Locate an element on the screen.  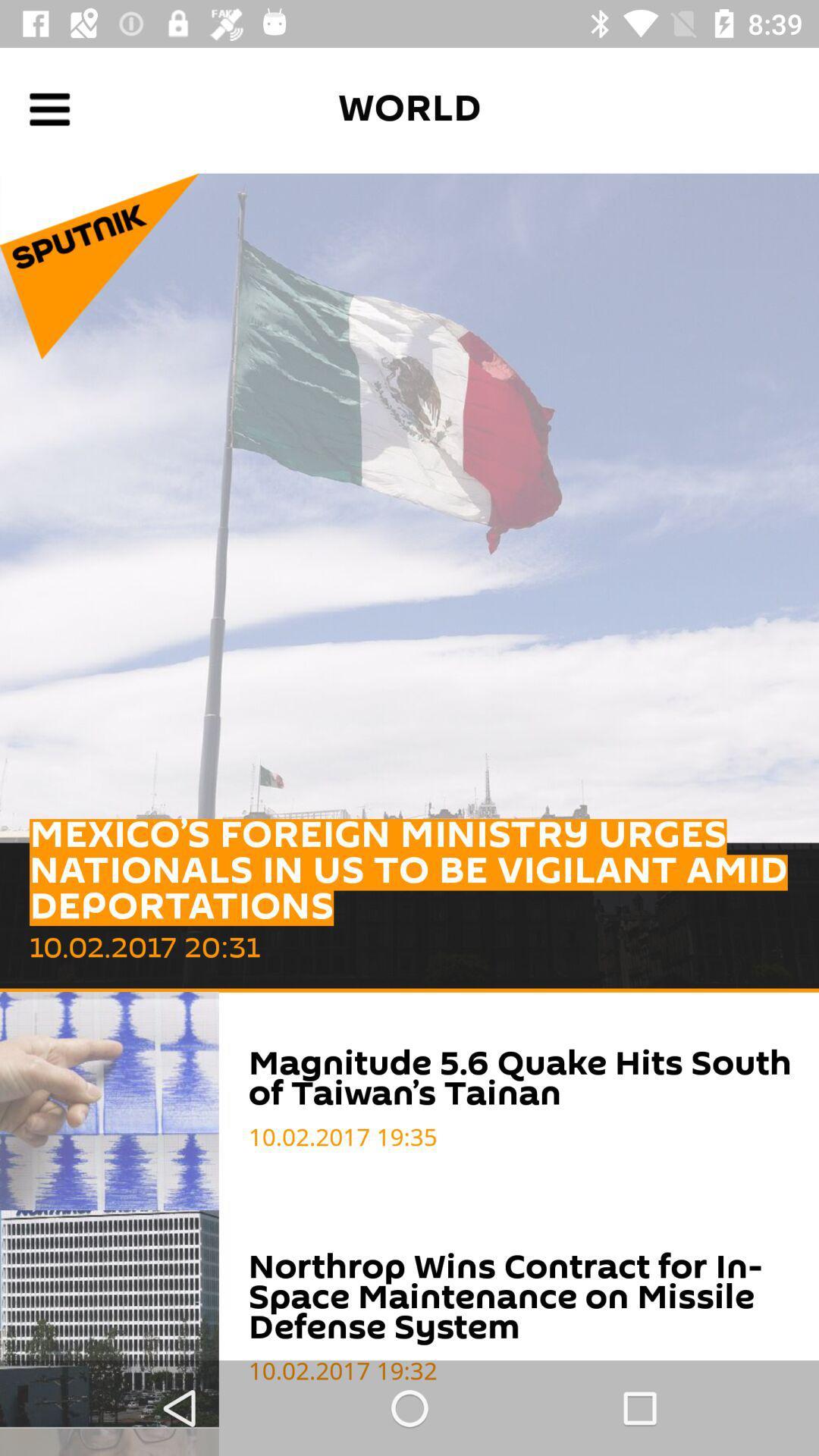
the menu icon is located at coordinates (49, 108).